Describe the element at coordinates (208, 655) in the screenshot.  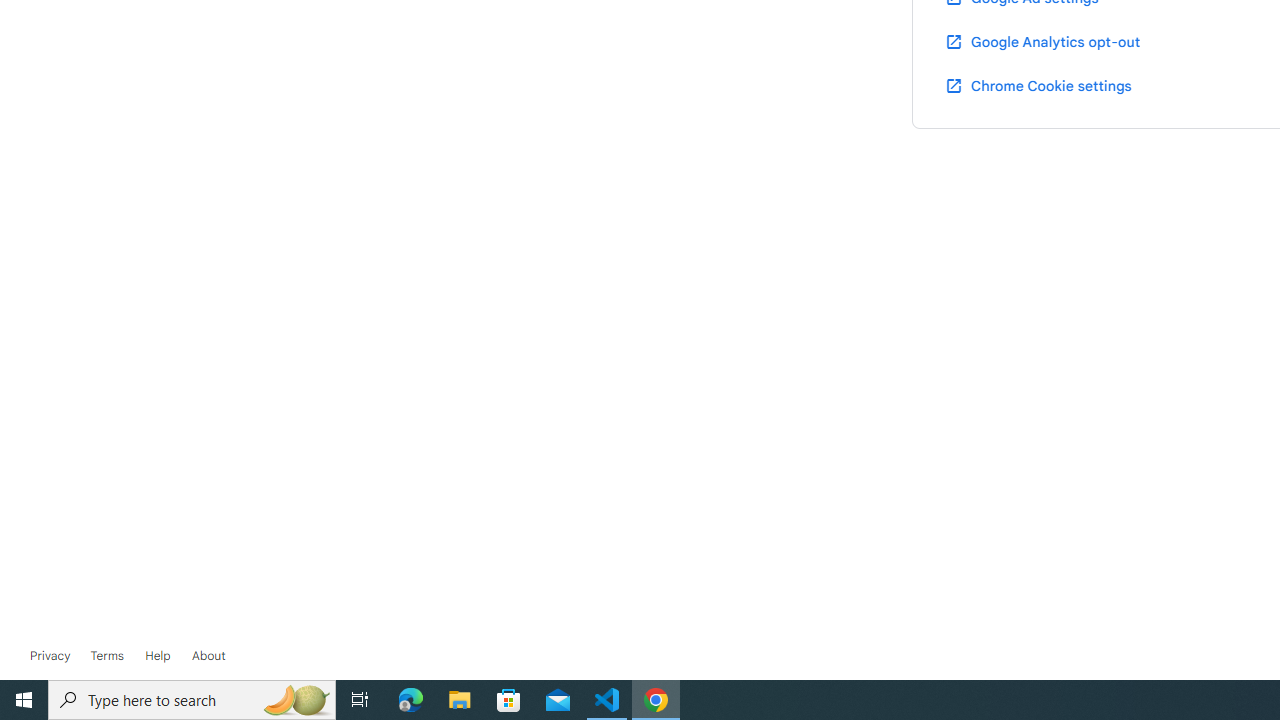
I see `'Learn more about Google Account'` at that location.